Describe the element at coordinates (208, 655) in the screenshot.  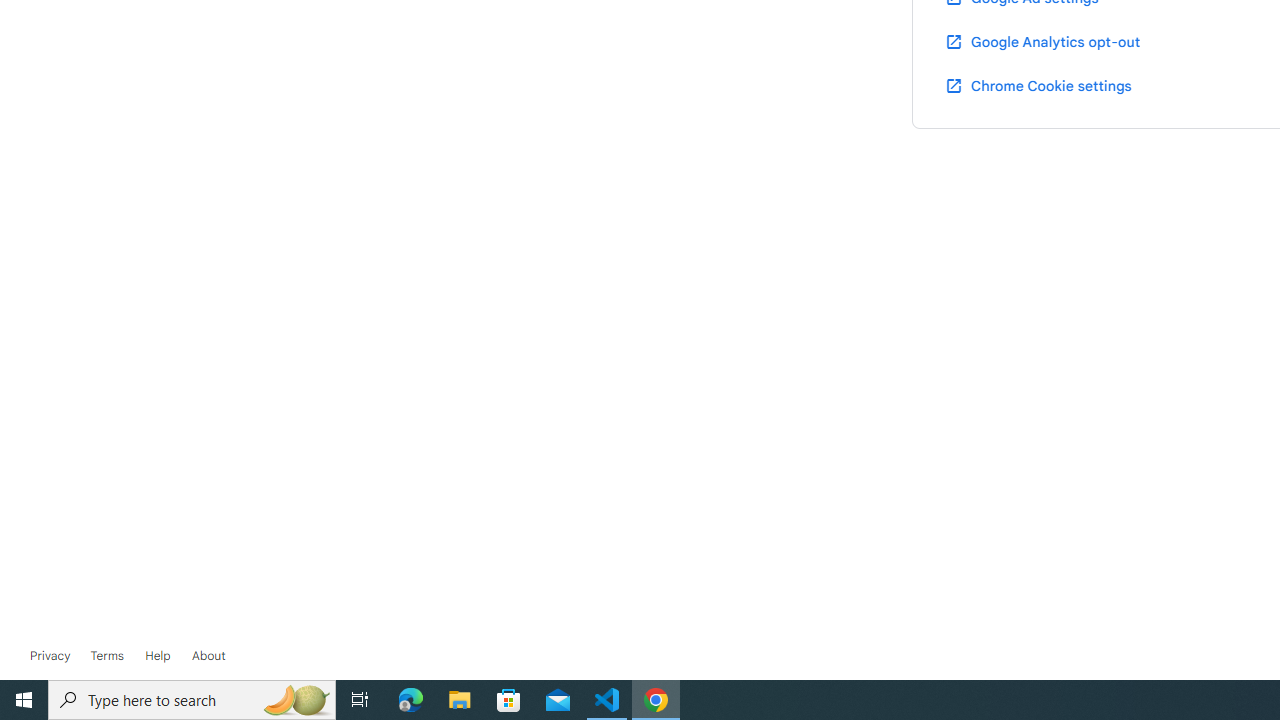
I see `'Learn more about Google Account'` at that location.